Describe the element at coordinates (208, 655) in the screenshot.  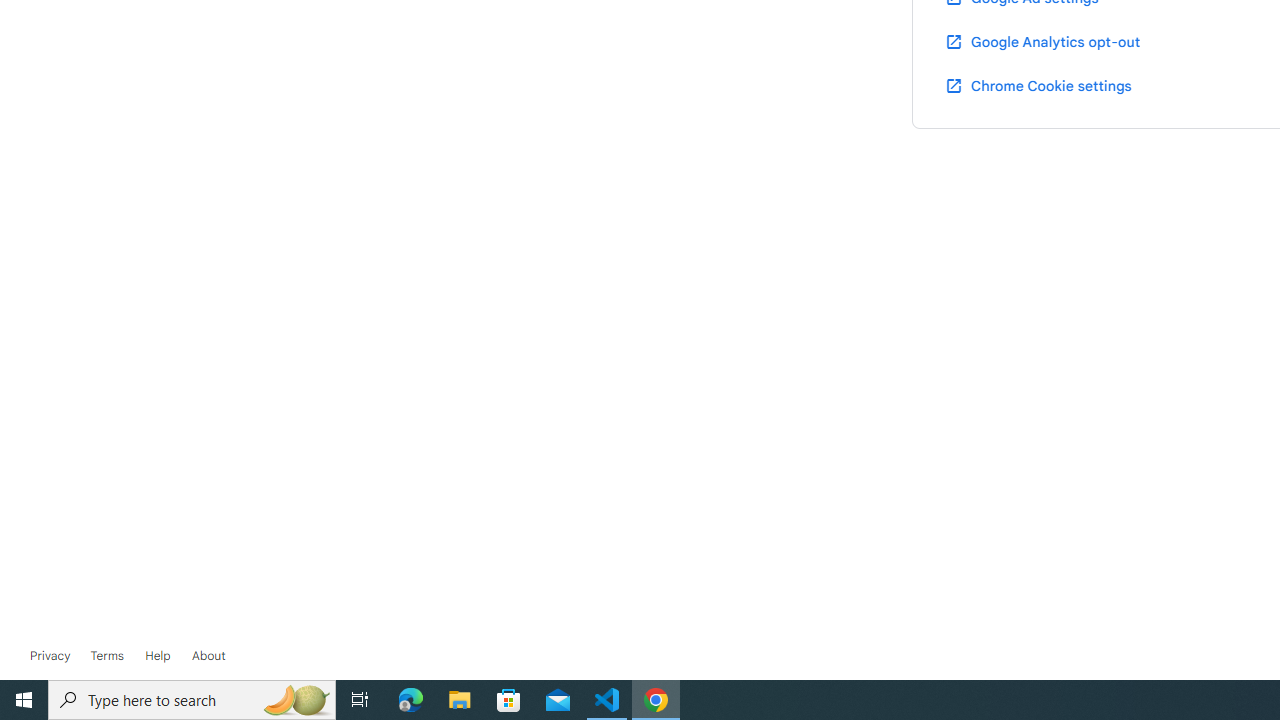
I see `'Learn more about Google Account'` at that location.